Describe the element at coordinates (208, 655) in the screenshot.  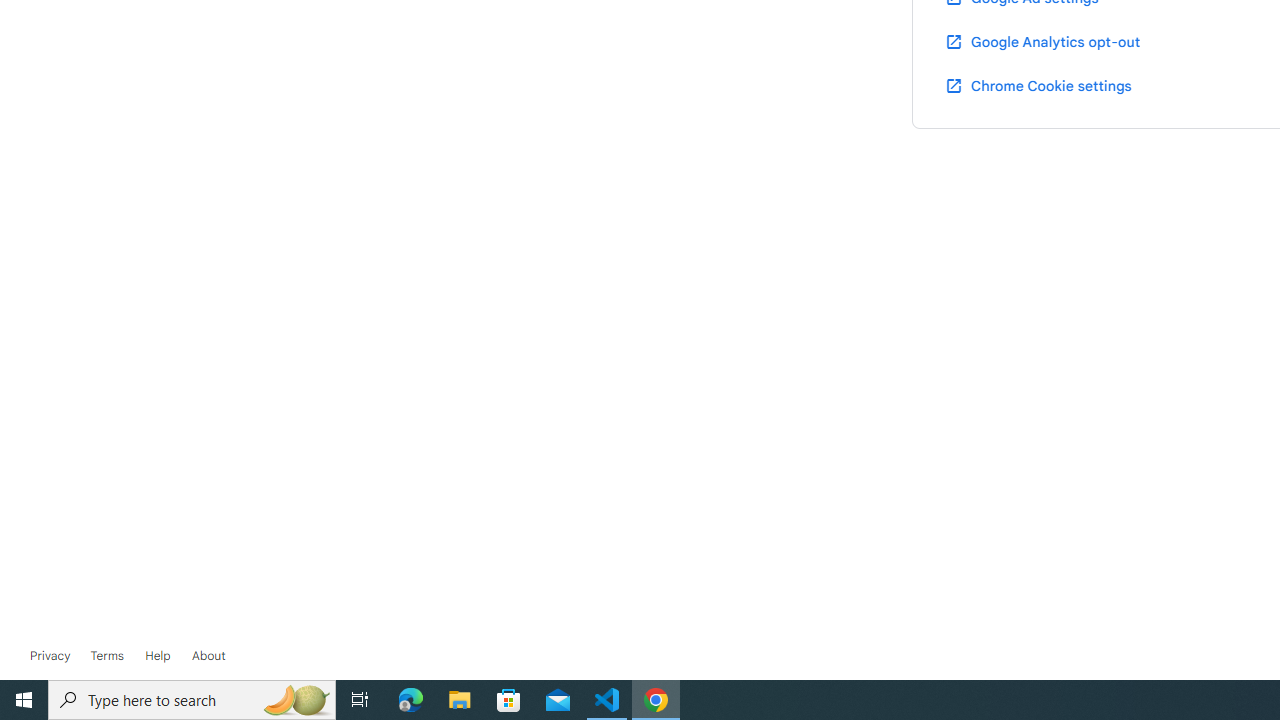
I see `'Learn more about Google Account'` at that location.